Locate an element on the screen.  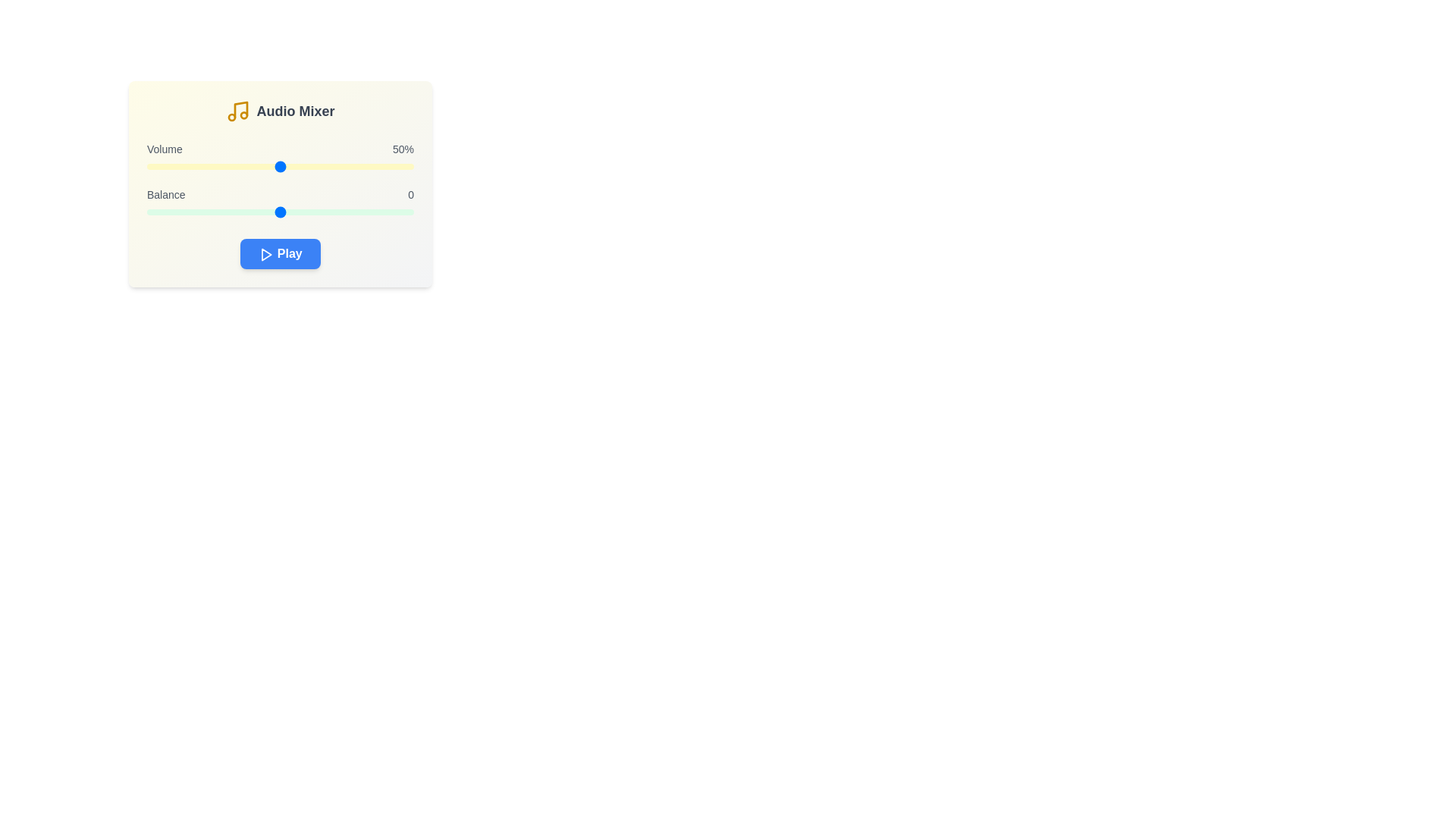
the play icon on the blue button at the bottom of the 'Audio Mixer' interface panel is located at coordinates (266, 253).